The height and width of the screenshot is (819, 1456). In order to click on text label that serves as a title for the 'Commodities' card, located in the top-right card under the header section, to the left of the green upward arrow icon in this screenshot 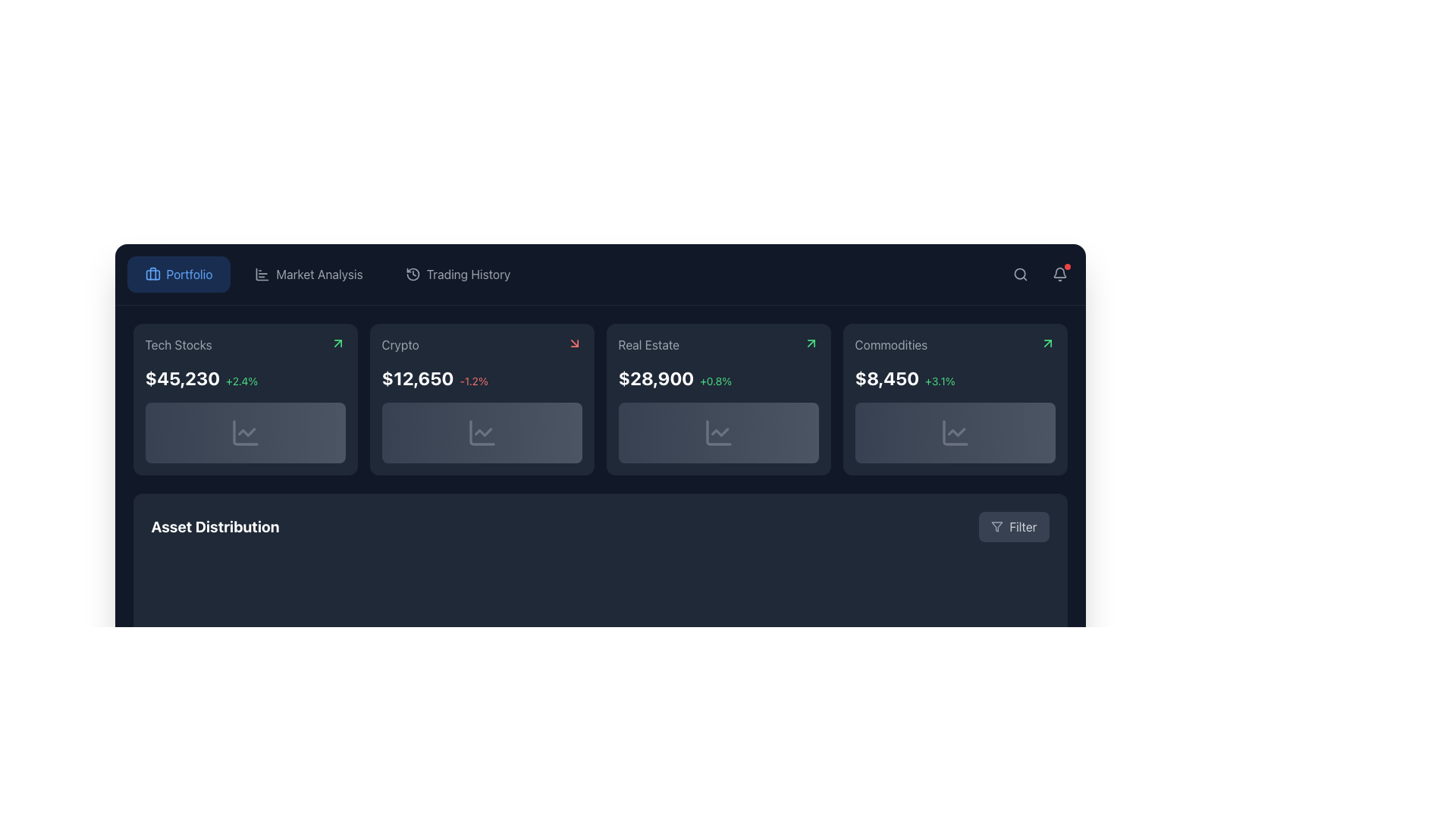, I will do `click(891, 345)`.